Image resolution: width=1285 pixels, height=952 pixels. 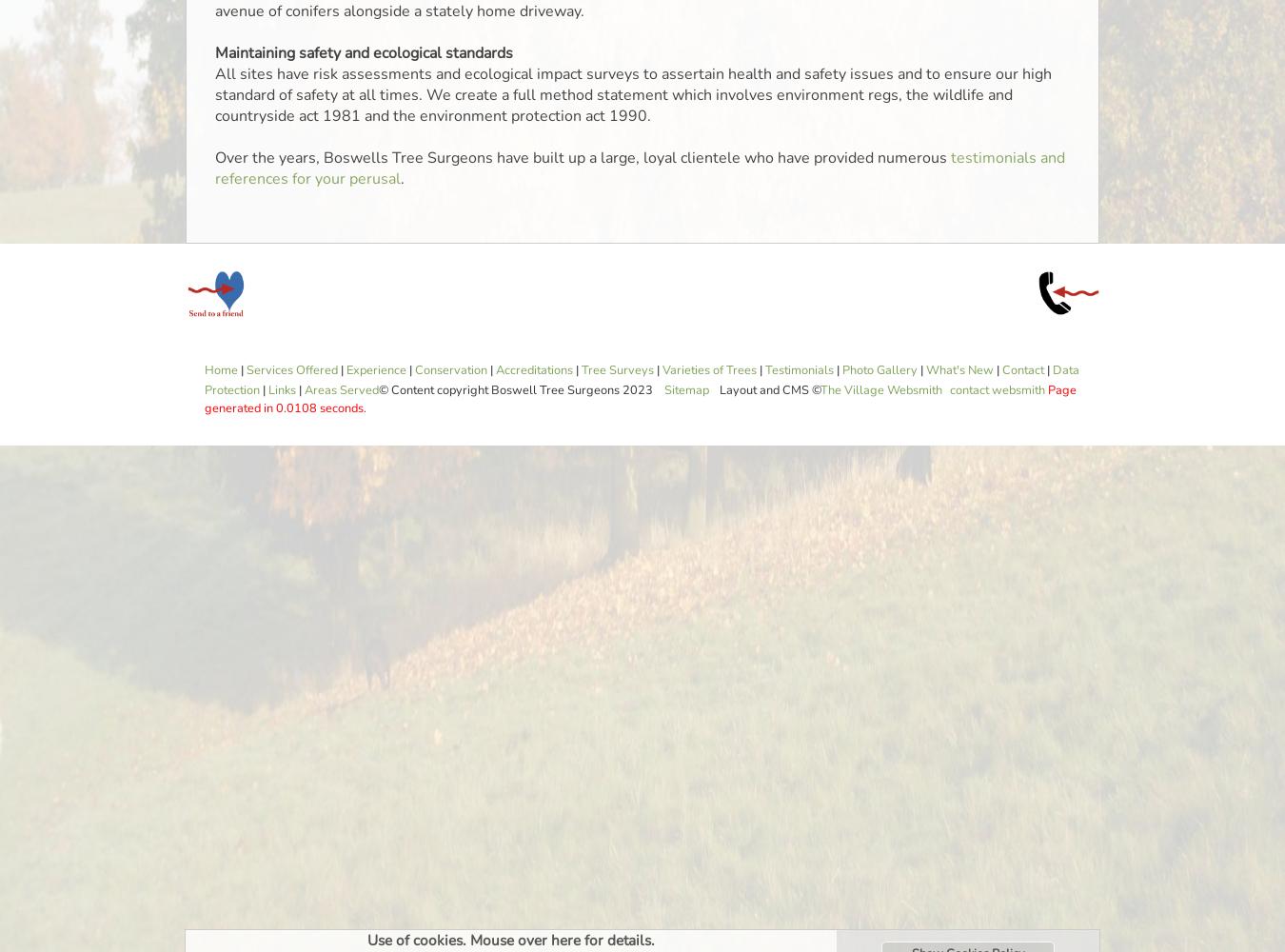 I want to click on 'Services Offered', so click(x=290, y=370).